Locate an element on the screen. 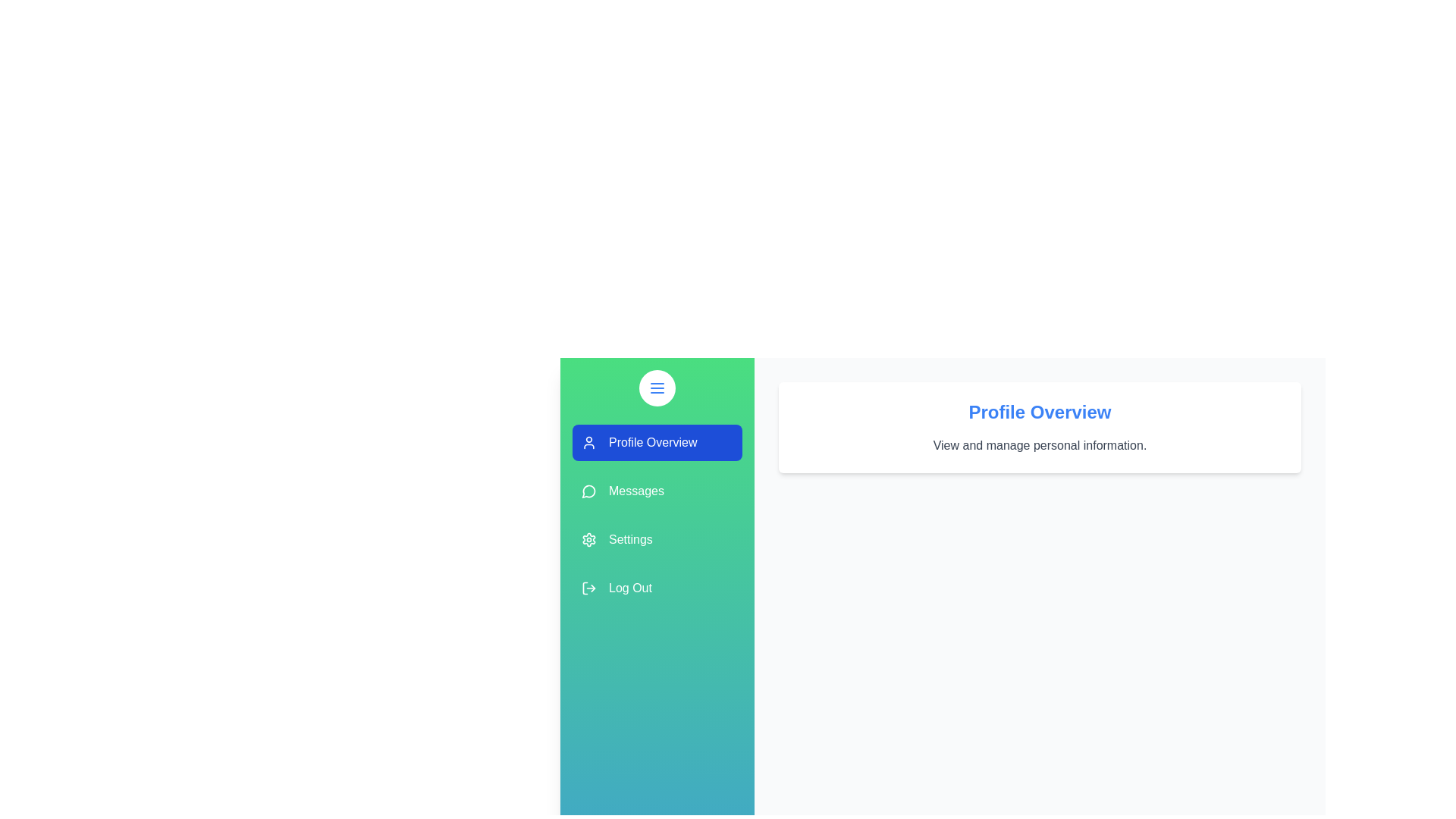 The height and width of the screenshot is (819, 1456). the menu item Log Out to observe its visual feedback is located at coordinates (657, 587).